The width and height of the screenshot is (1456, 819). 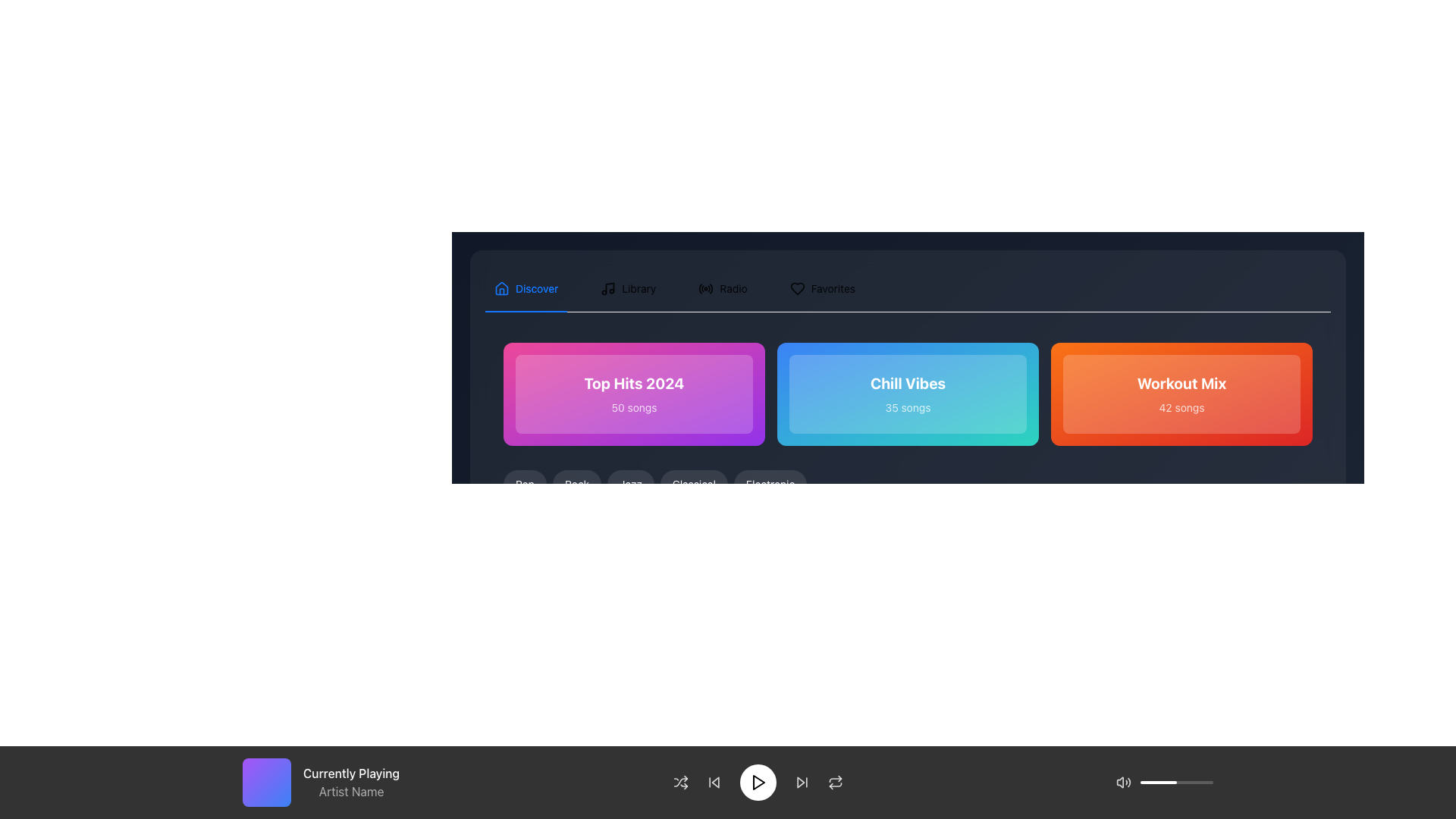 I want to click on the interactive card with a gradient background from pink to purple, featuring bold white text 'Top Hits 2024' and smaller text '50 songs', located as the leftmost element in a row of three, so click(x=634, y=394).